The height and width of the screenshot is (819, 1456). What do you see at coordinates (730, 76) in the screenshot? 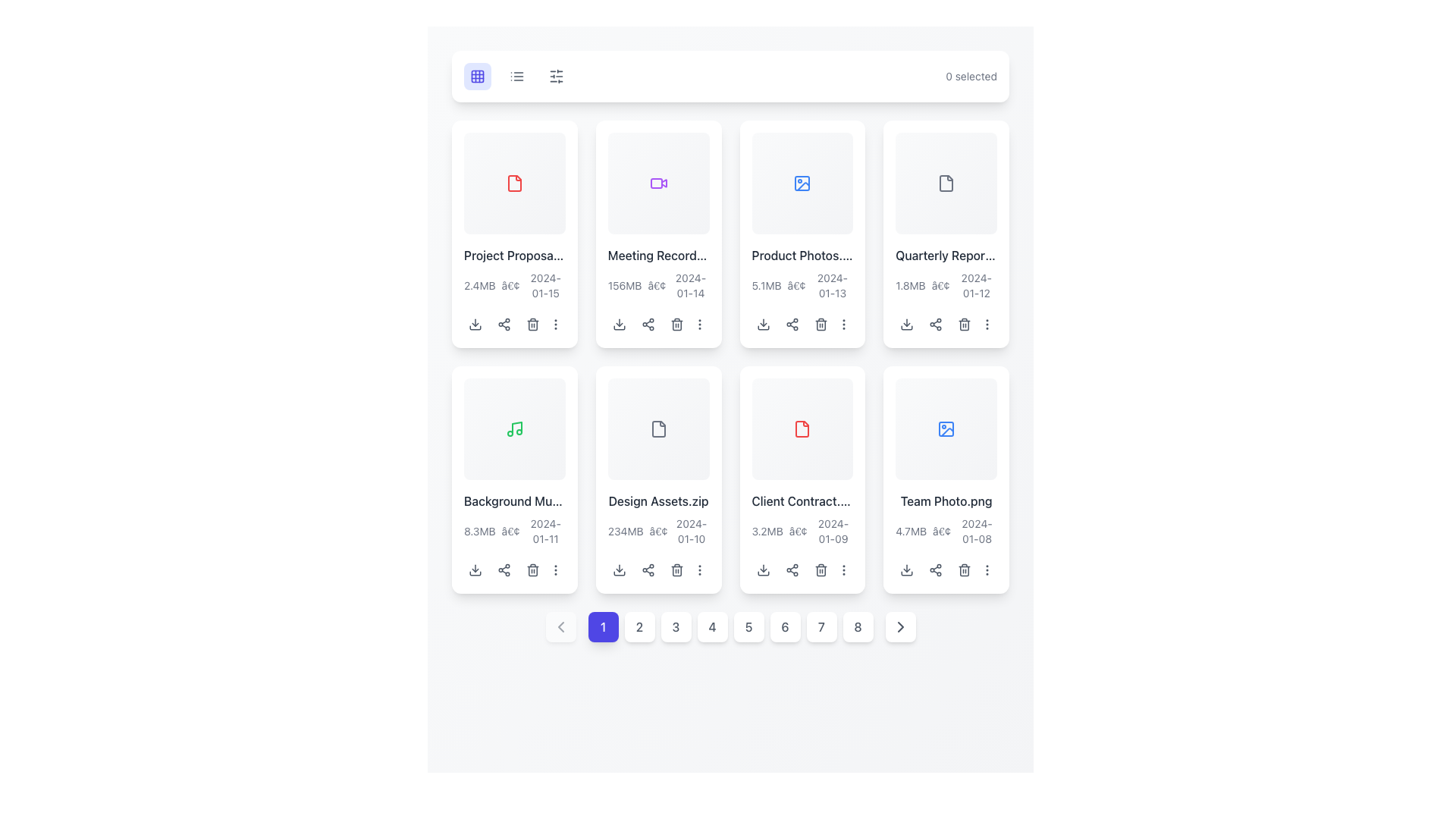
I see `the toolbar at the top of the interface that displays '0 selected'` at bounding box center [730, 76].